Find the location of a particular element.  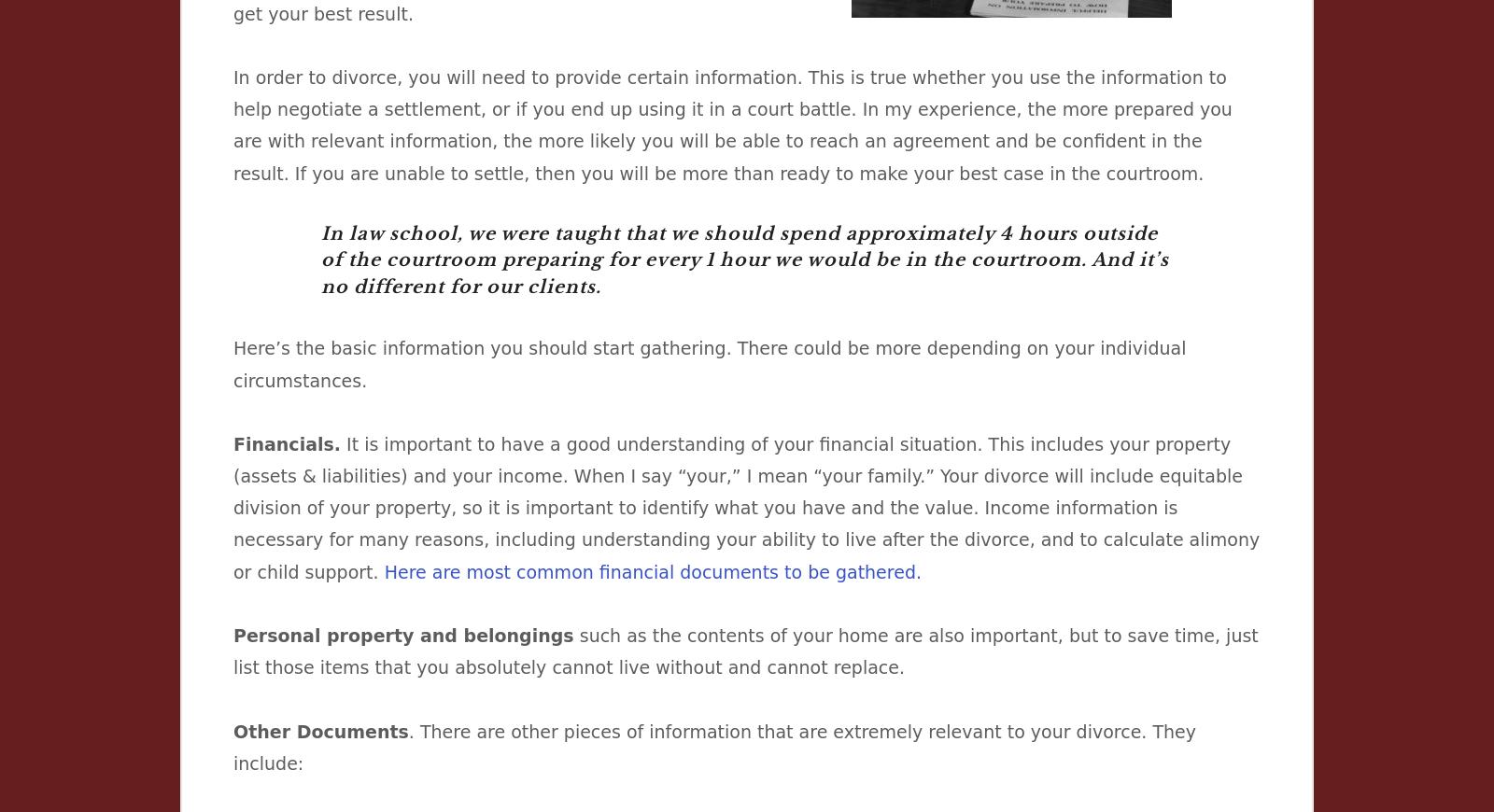

'Here are most common financial documents to be gathered.' is located at coordinates (653, 569).